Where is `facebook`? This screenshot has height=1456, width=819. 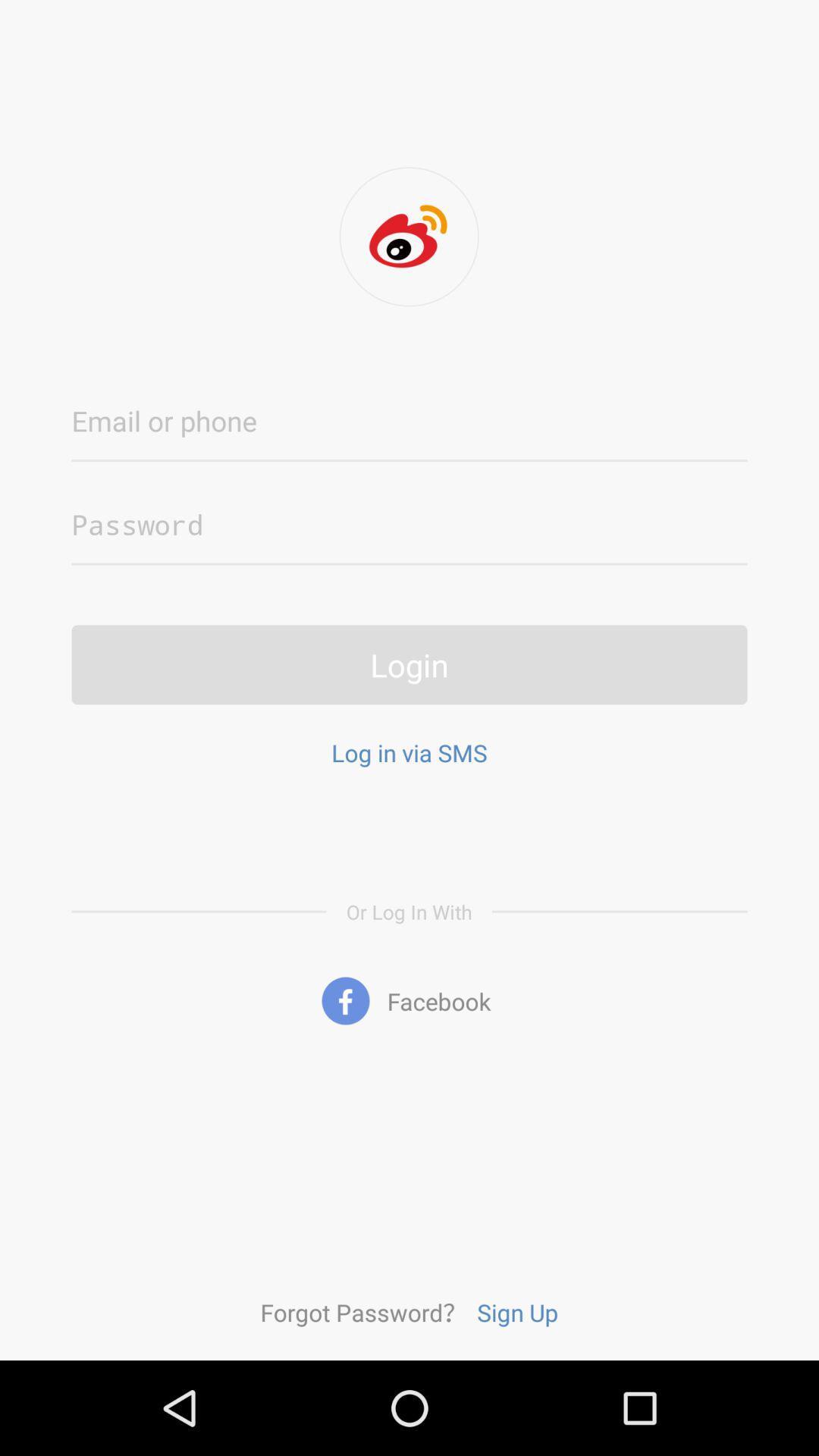
facebook is located at coordinates (409, 1001).